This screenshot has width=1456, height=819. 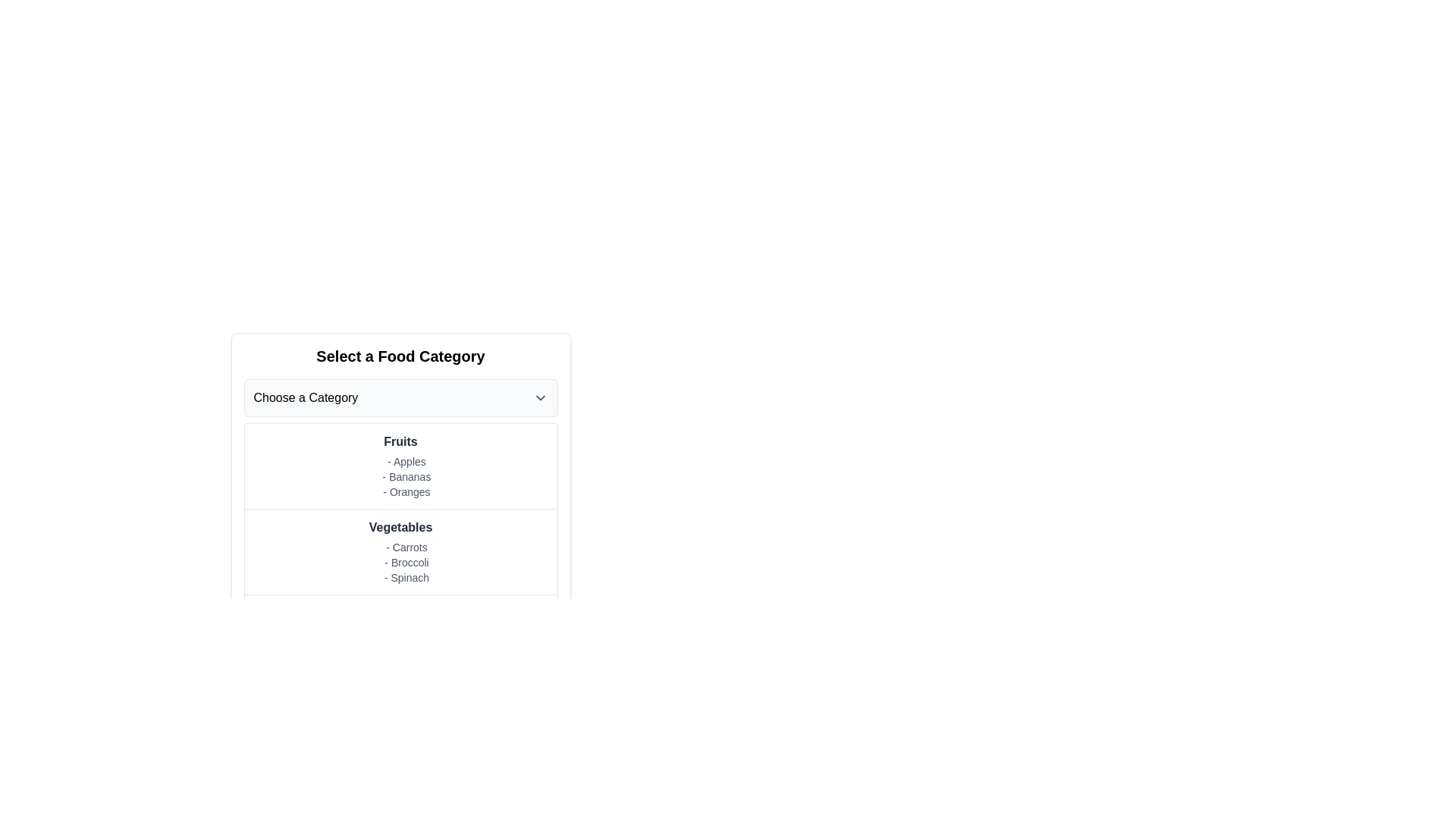 I want to click on the text element representing the list item '- Apples', which is the first item in the 'Fruits' category and appears indented within the section, so click(x=406, y=461).